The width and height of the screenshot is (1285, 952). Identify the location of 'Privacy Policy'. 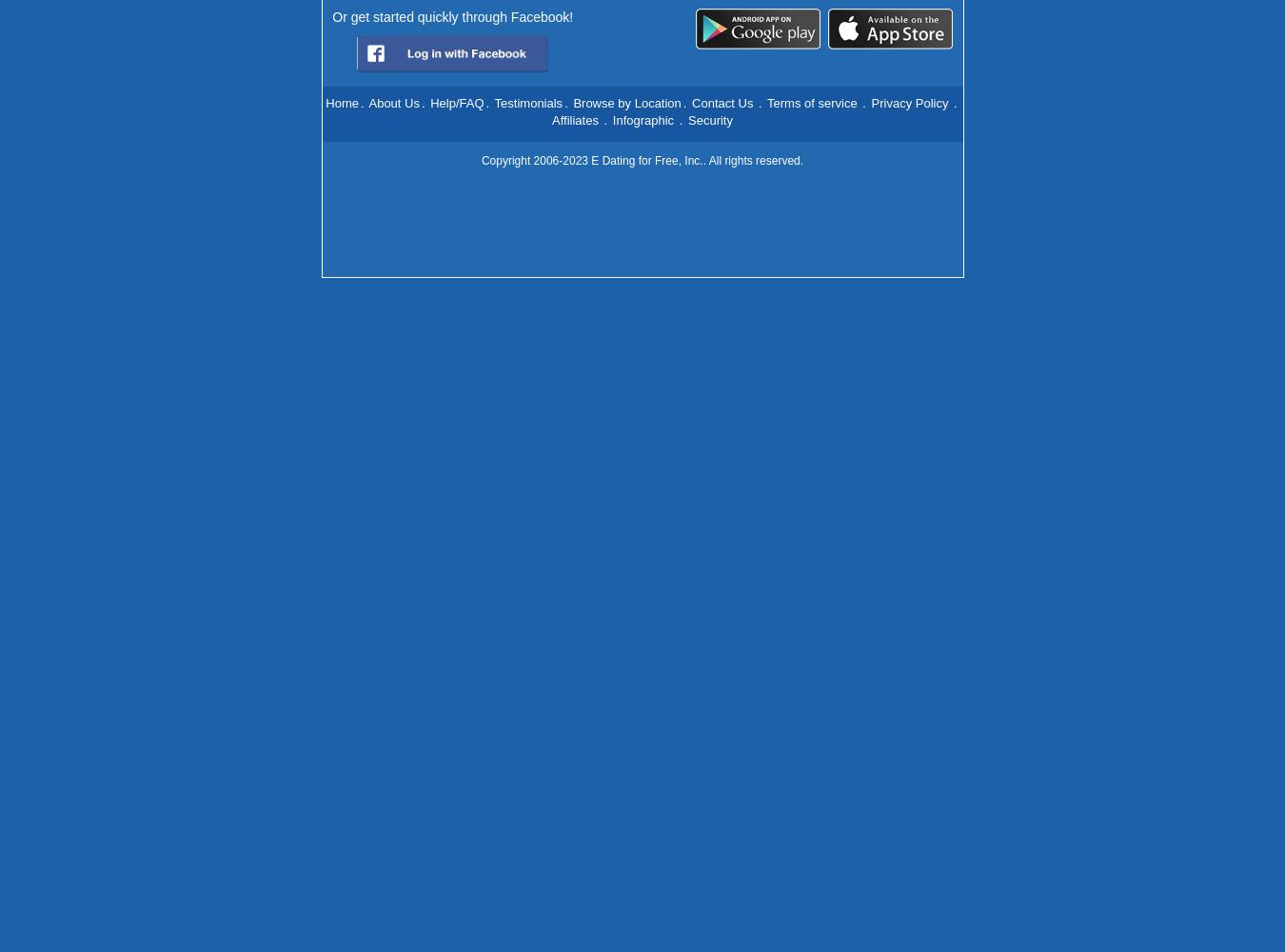
(908, 101).